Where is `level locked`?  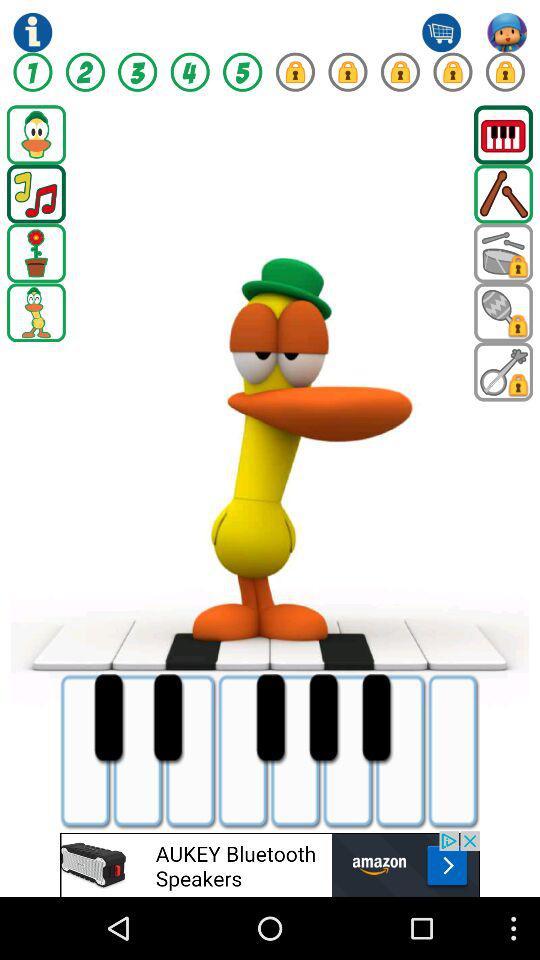 level locked is located at coordinates (346, 72).